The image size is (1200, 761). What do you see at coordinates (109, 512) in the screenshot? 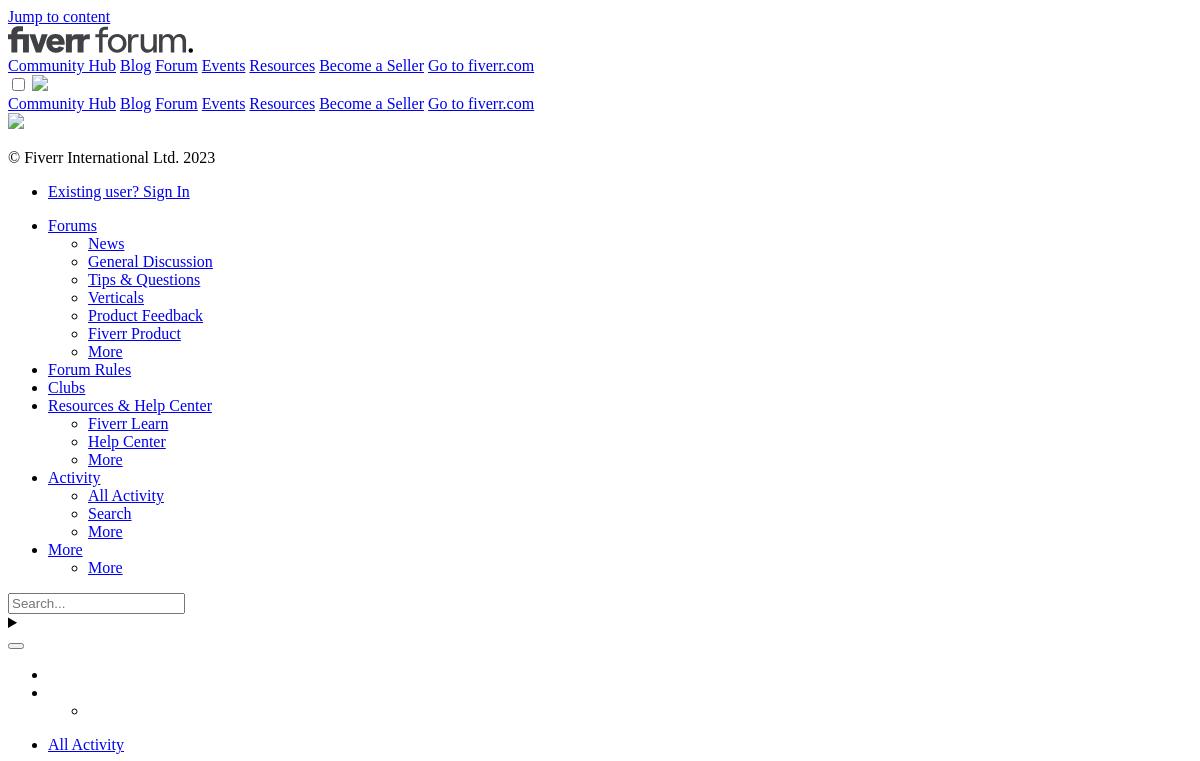
I see `'Search'` at bounding box center [109, 512].